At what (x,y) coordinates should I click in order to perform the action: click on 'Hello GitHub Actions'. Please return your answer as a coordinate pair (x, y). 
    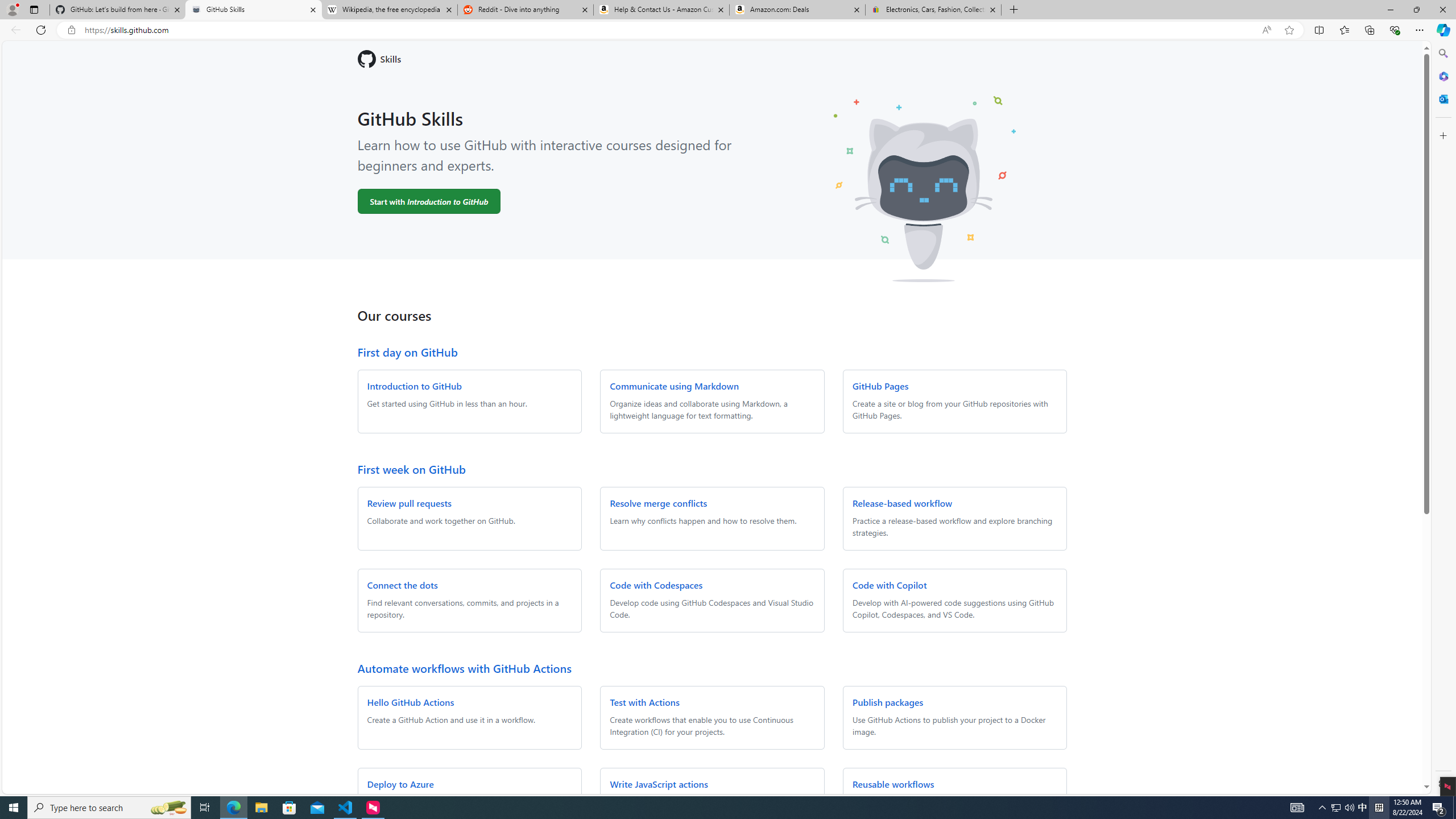
    Looking at the image, I should click on (410, 701).